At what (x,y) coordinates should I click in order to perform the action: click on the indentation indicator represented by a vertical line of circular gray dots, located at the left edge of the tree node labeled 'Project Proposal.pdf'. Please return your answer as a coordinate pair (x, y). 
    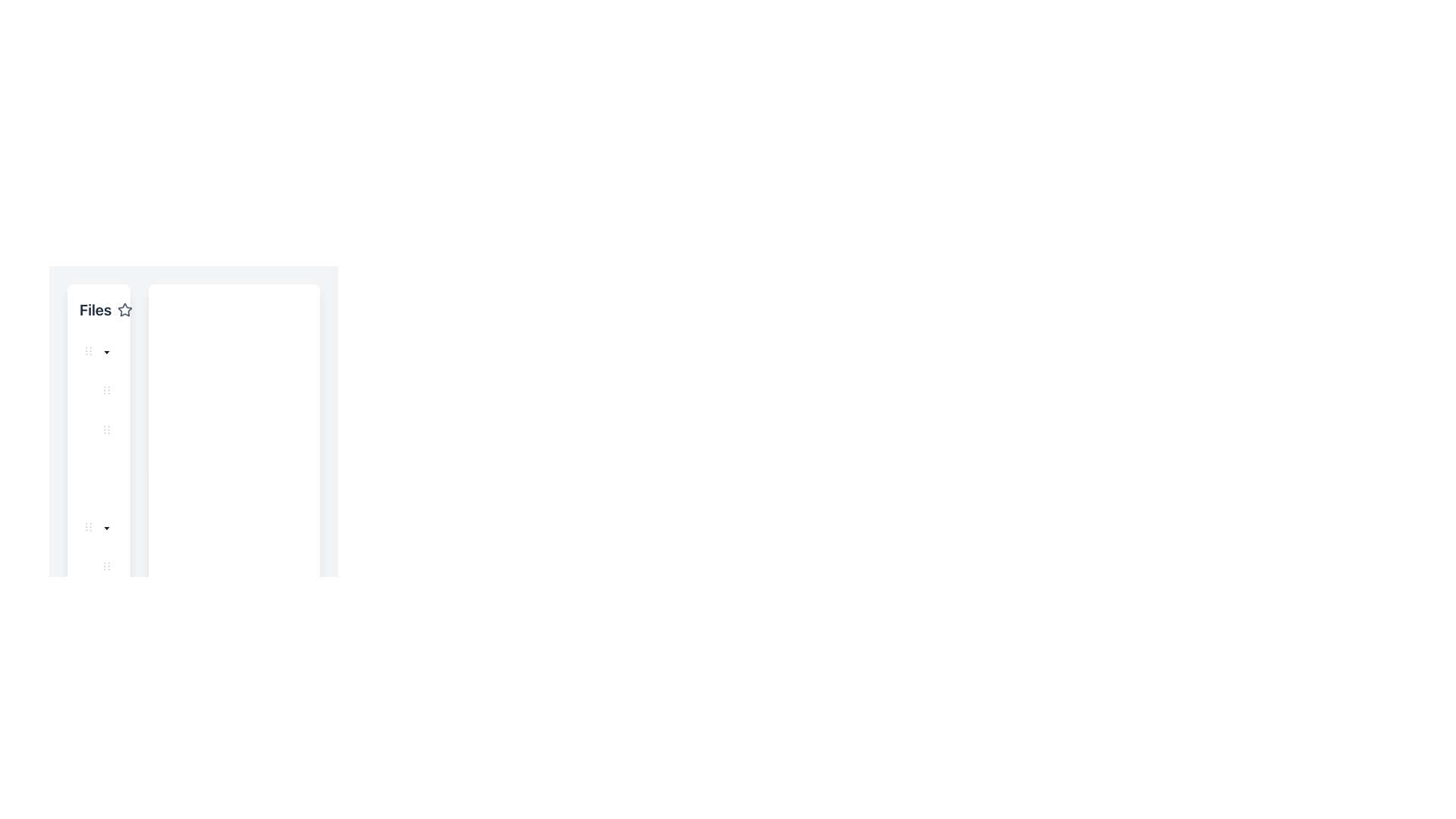
    Looking at the image, I should click on (87, 399).